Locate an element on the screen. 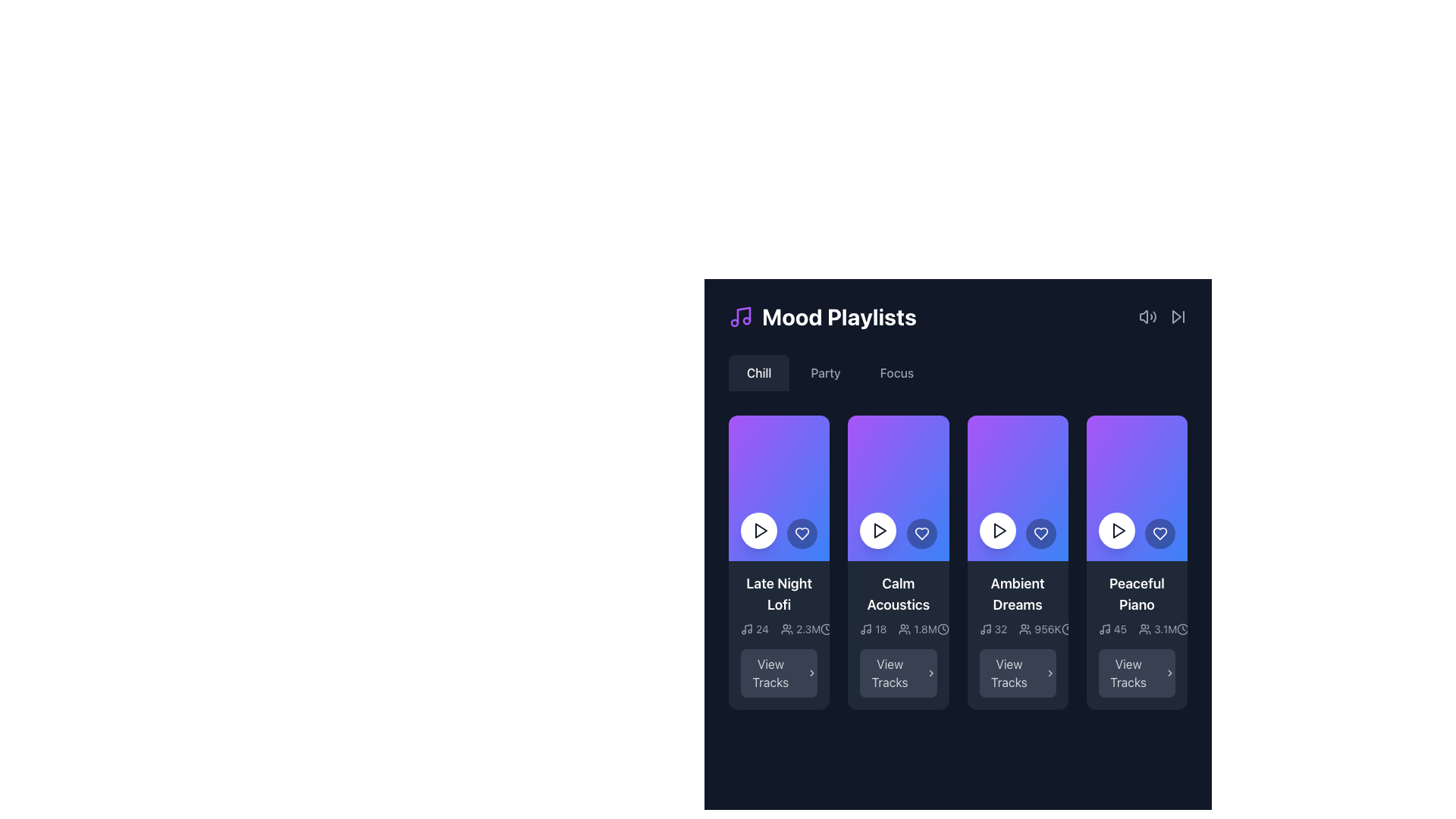  the Text label that serves as a title for the corresponding playlist, positioned above other metadata and the 'View Tracks' button, located in the last card of the horizontal row of playlist cards is located at coordinates (1137, 593).